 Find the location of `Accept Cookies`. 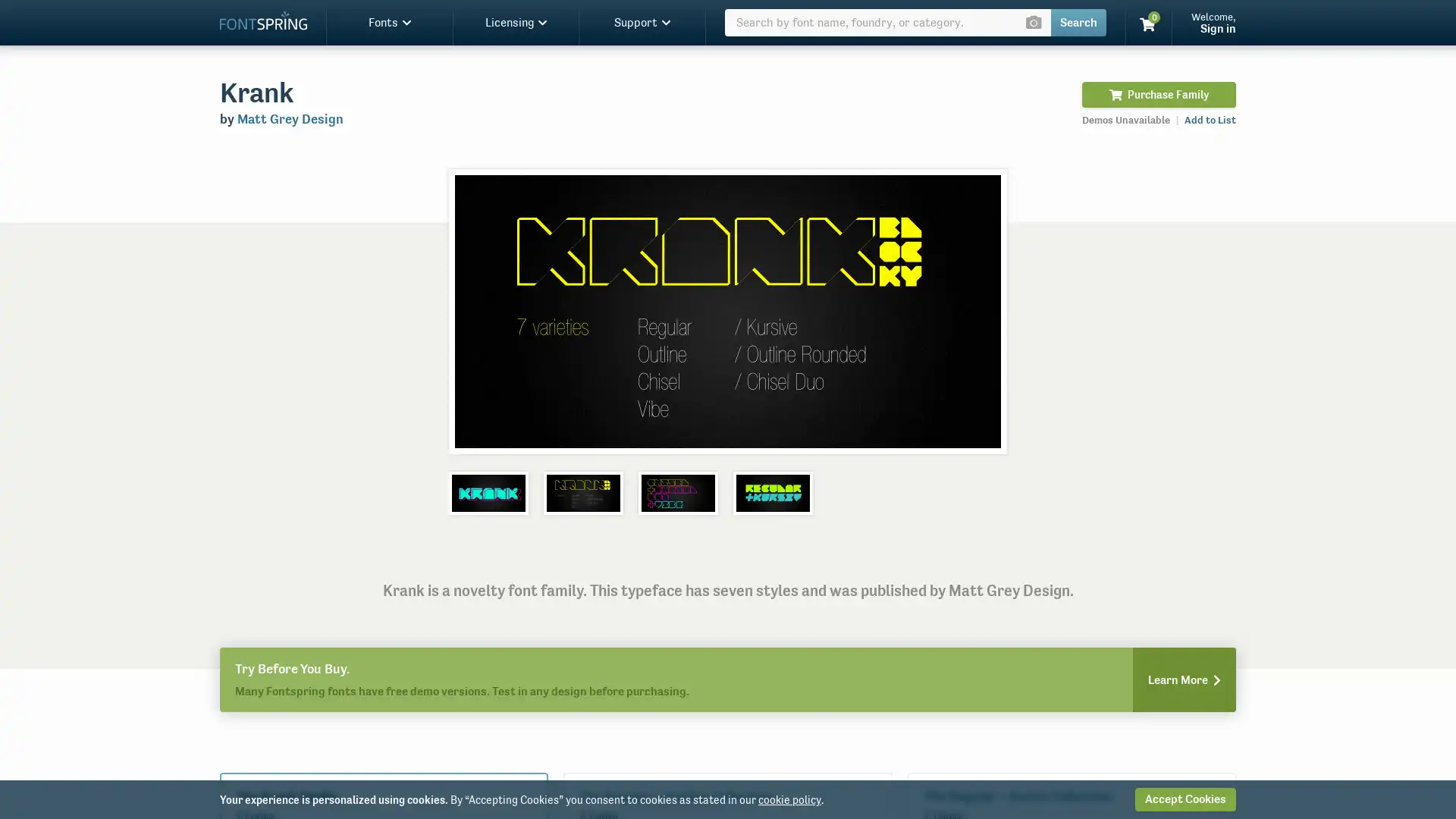

Accept Cookies is located at coordinates (1185, 799).